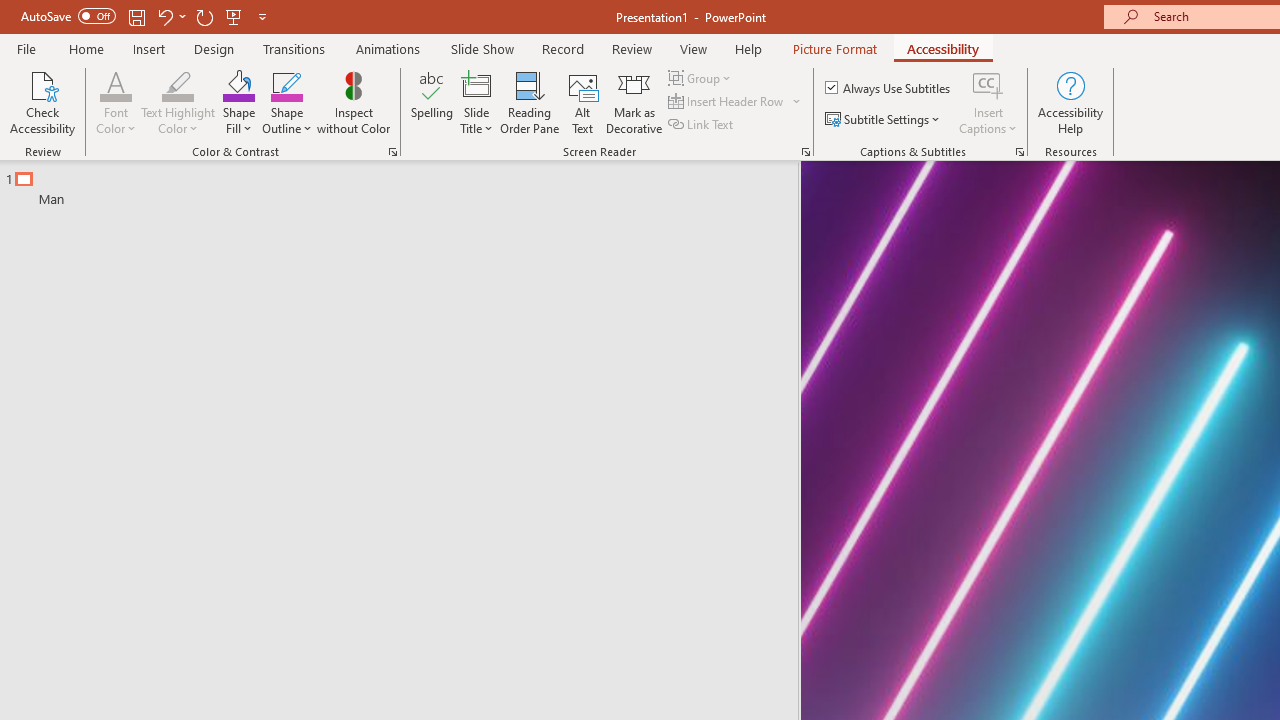 The height and width of the screenshot is (720, 1280). What do you see at coordinates (561, 48) in the screenshot?
I see `'Record'` at bounding box center [561, 48].